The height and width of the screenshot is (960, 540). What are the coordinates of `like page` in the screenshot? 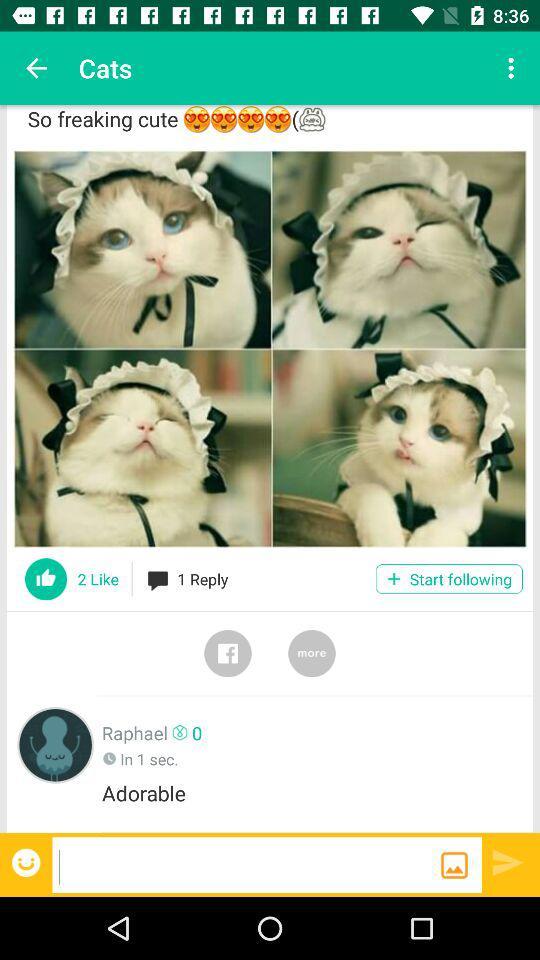 It's located at (46, 579).